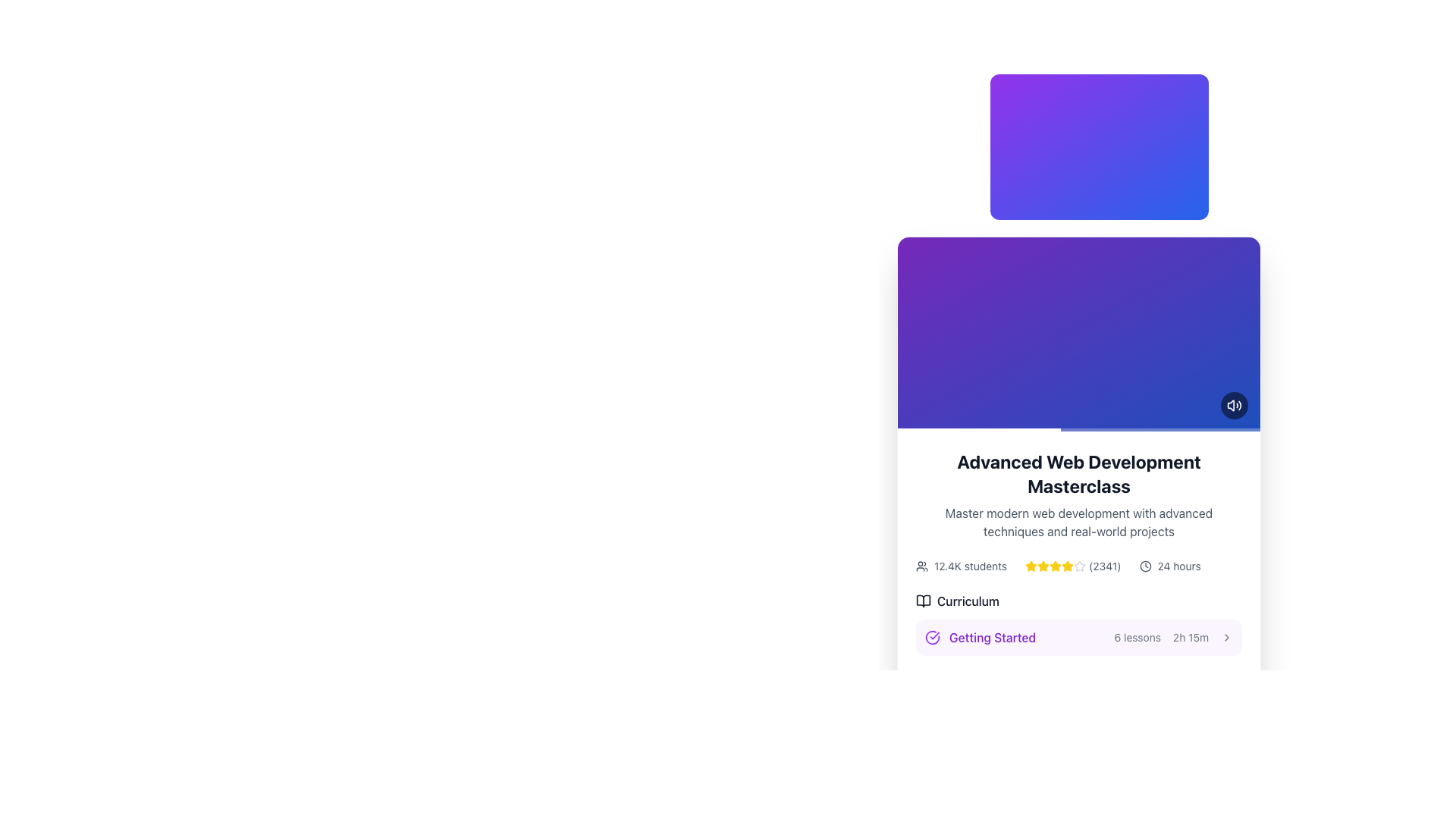  Describe the element at coordinates (1169, 566) in the screenshot. I see `the textual label with a visual icon that displays the duration or total time associated with the course, located at the bottom right of the card layout` at that location.